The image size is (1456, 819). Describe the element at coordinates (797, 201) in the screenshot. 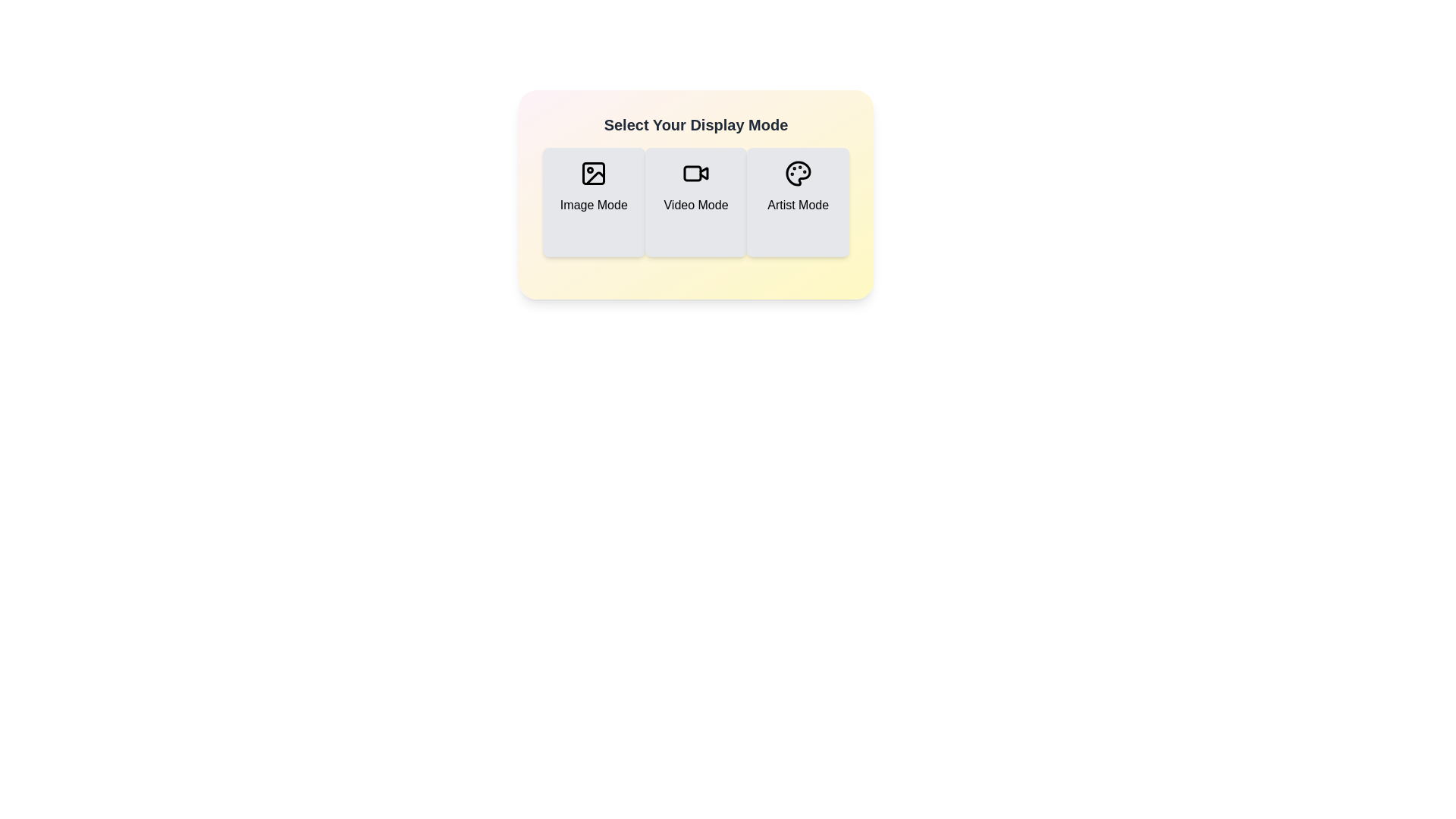

I see `the display mode Artist Mode to view its description` at that location.